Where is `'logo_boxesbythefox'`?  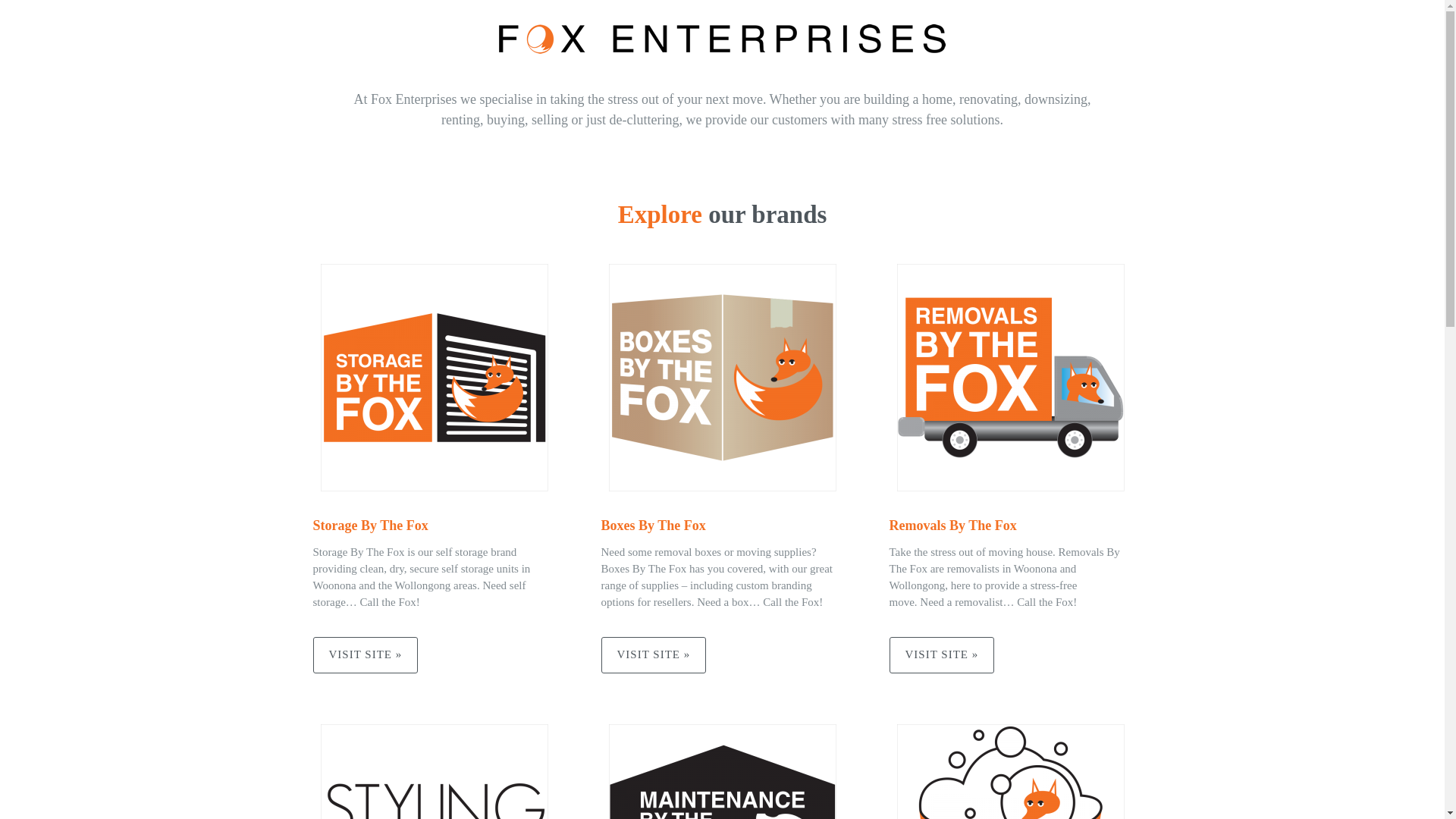 'logo_boxesbythefox' is located at coordinates (720, 376).